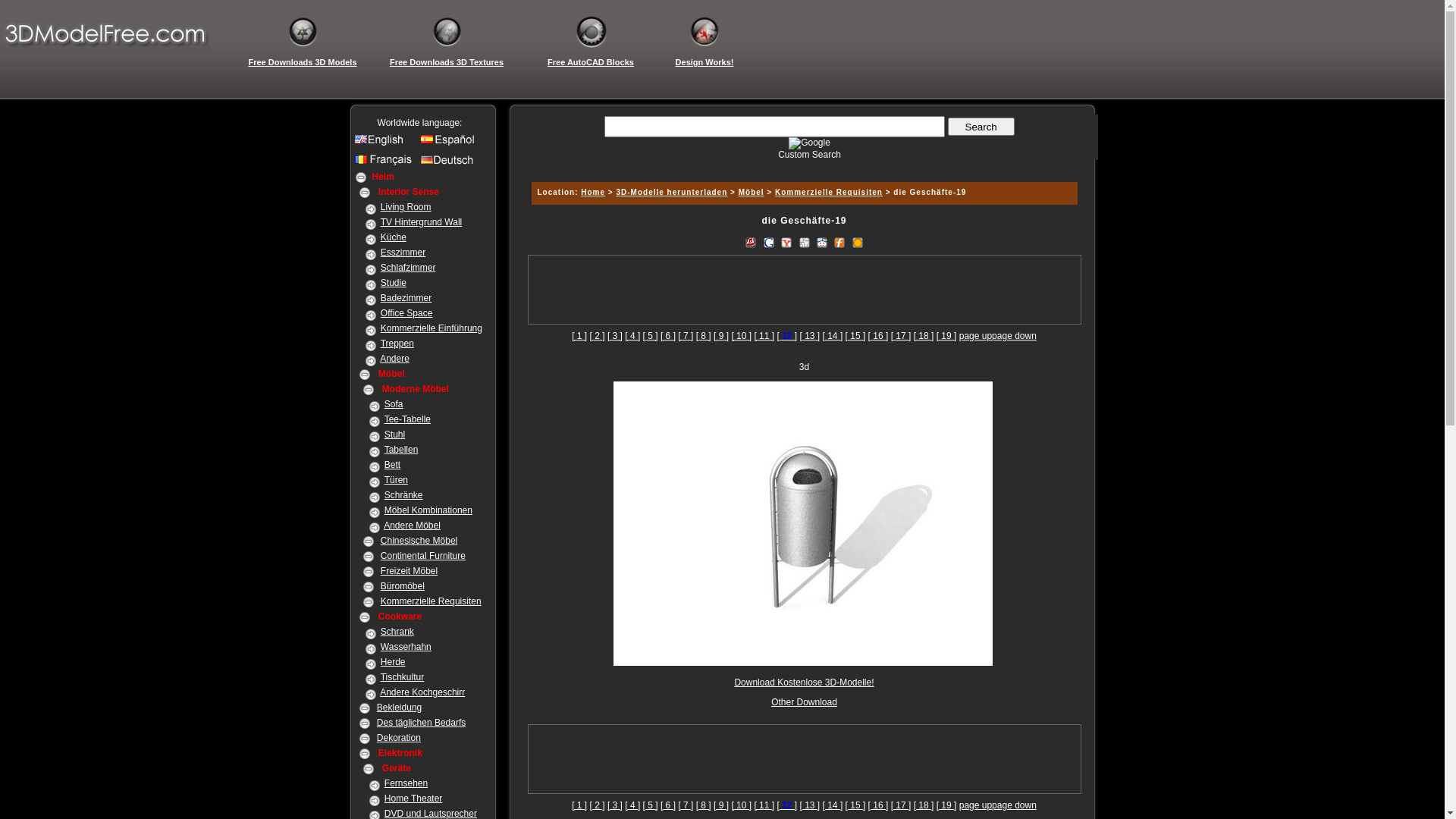  Describe the element at coordinates (394, 403) in the screenshot. I see `'Sofa'` at that location.